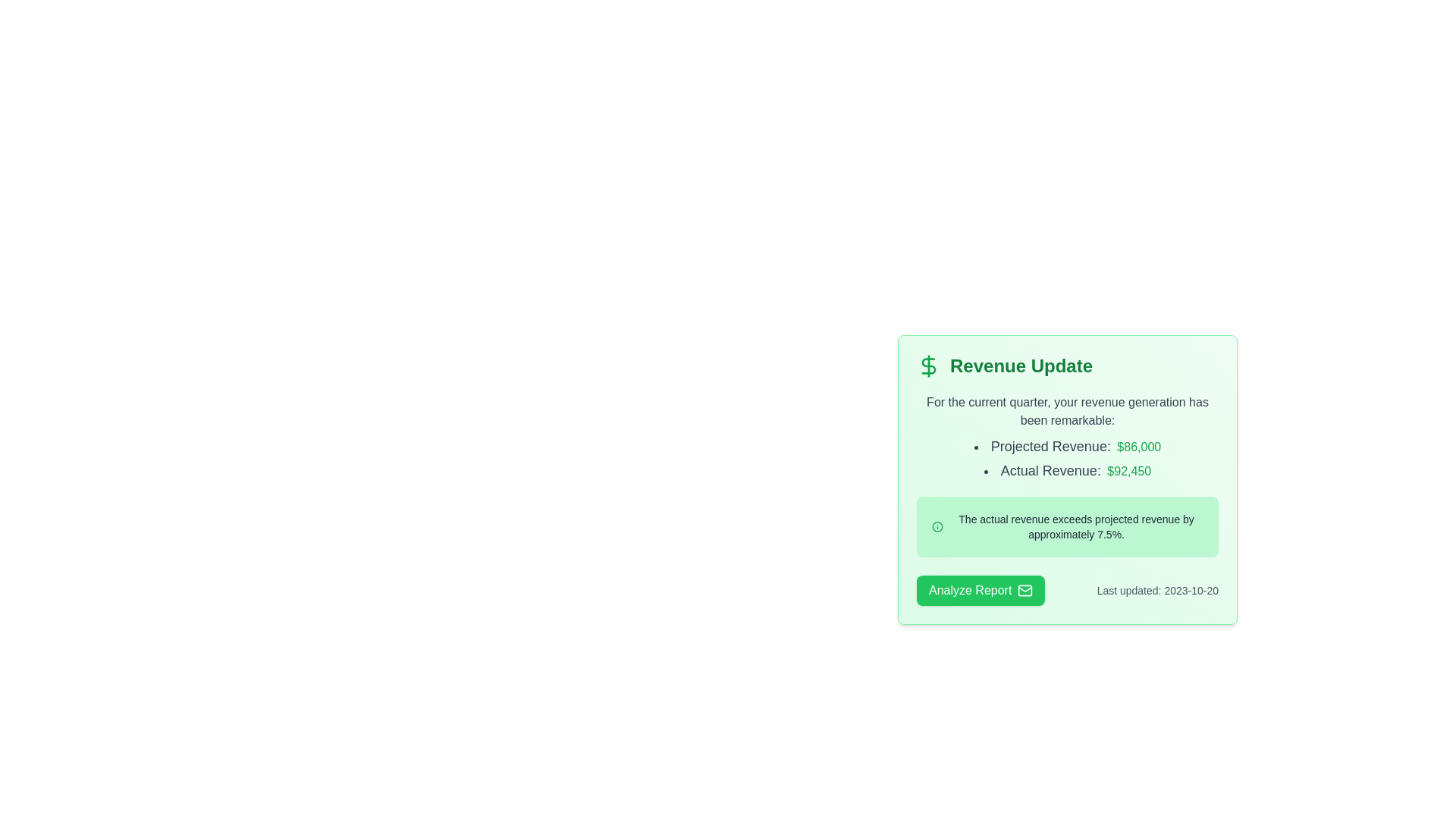 This screenshot has height=819, width=1456. I want to click on the button displaying 'Analyze Report' in white text on a green background, located at the bottom of the revenue update card, so click(969, 590).